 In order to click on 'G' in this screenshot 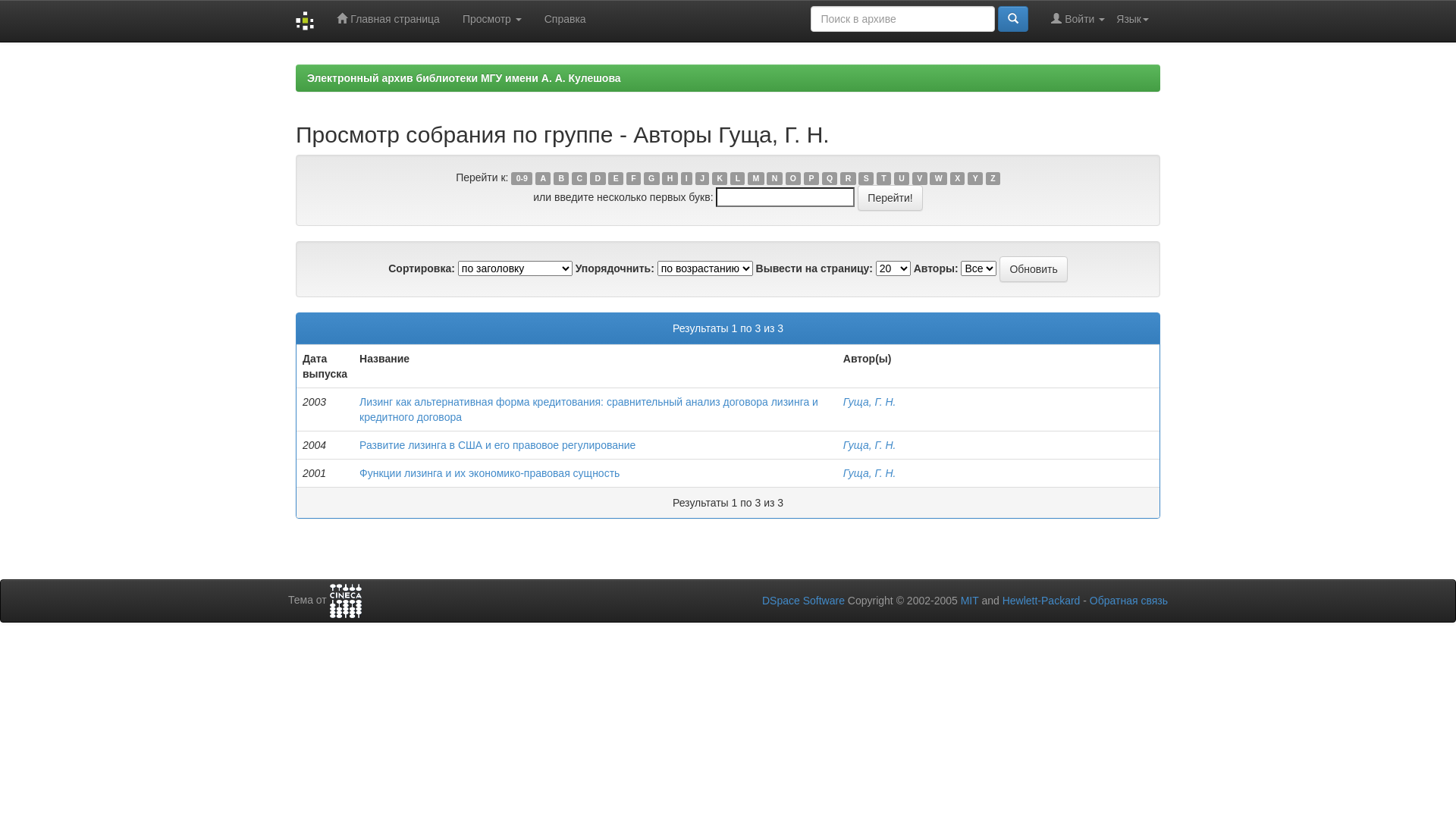, I will do `click(651, 177)`.